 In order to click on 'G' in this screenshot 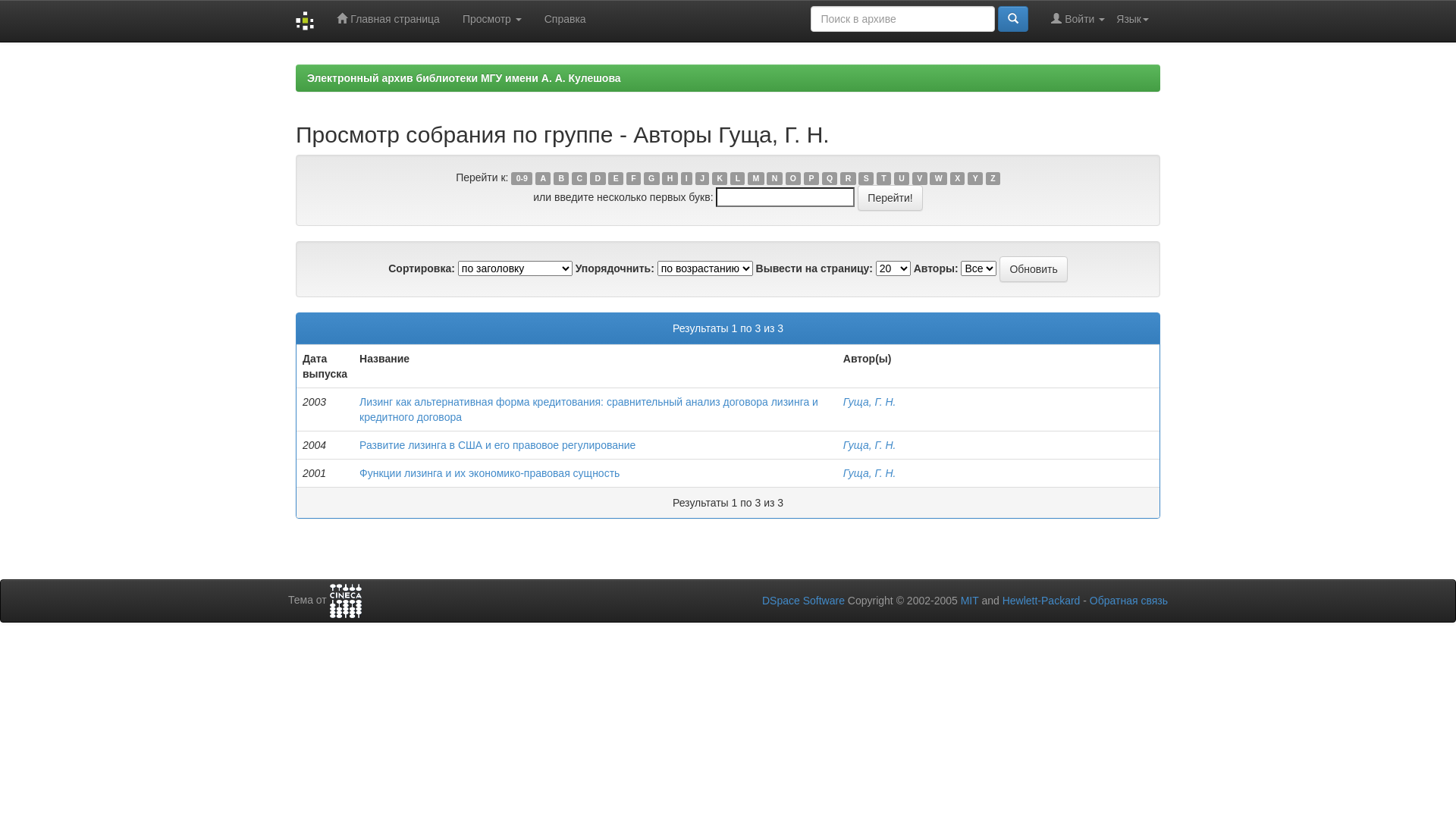, I will do `click(651, 177)`.